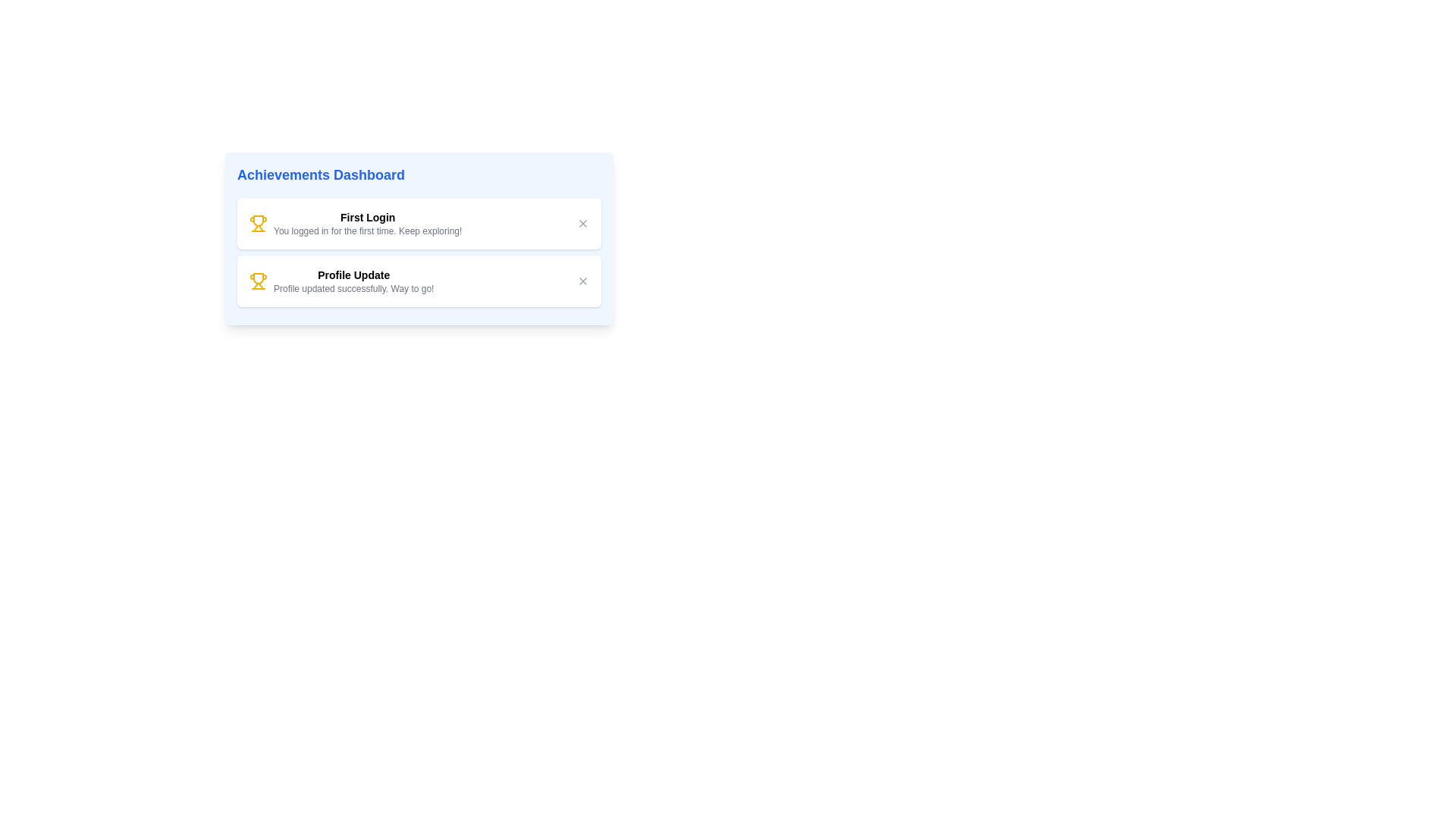 This screenshot has width=1456, height=819. What do you see at coordinates (258, 278) in the screenshot?
I see `the achievement icon located on the left side of the first card in the 'Achievements Dashboard' list, near the text 'First Login.'` at bounding box center [258, 278].